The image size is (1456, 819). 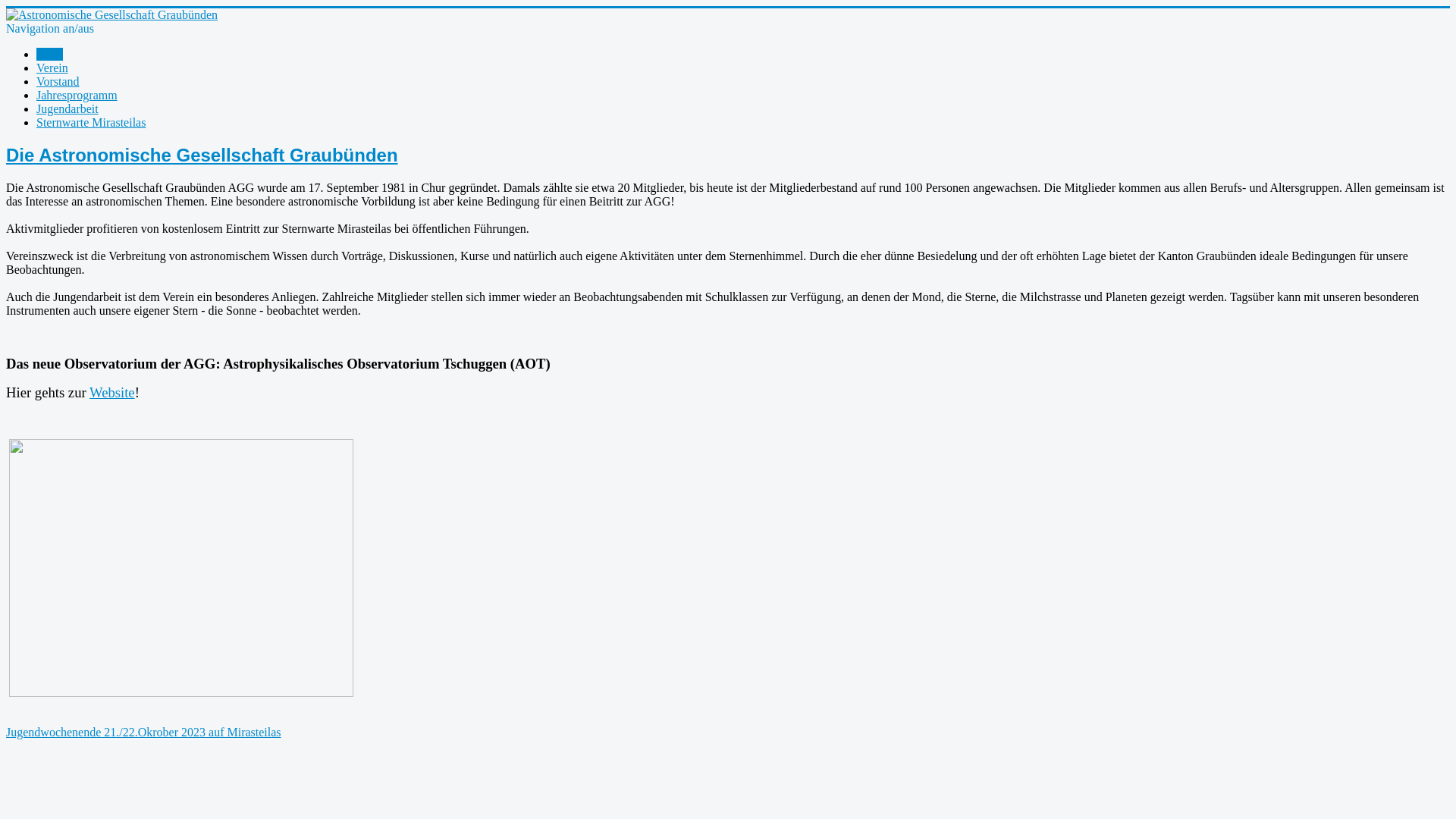 What do you see at coordinates (143, 731) in the screenshot?
I see `'Jugendwochenende 21./22.Okrober 2023 auf Mirasteilas'` at bounding box center [143, 731].